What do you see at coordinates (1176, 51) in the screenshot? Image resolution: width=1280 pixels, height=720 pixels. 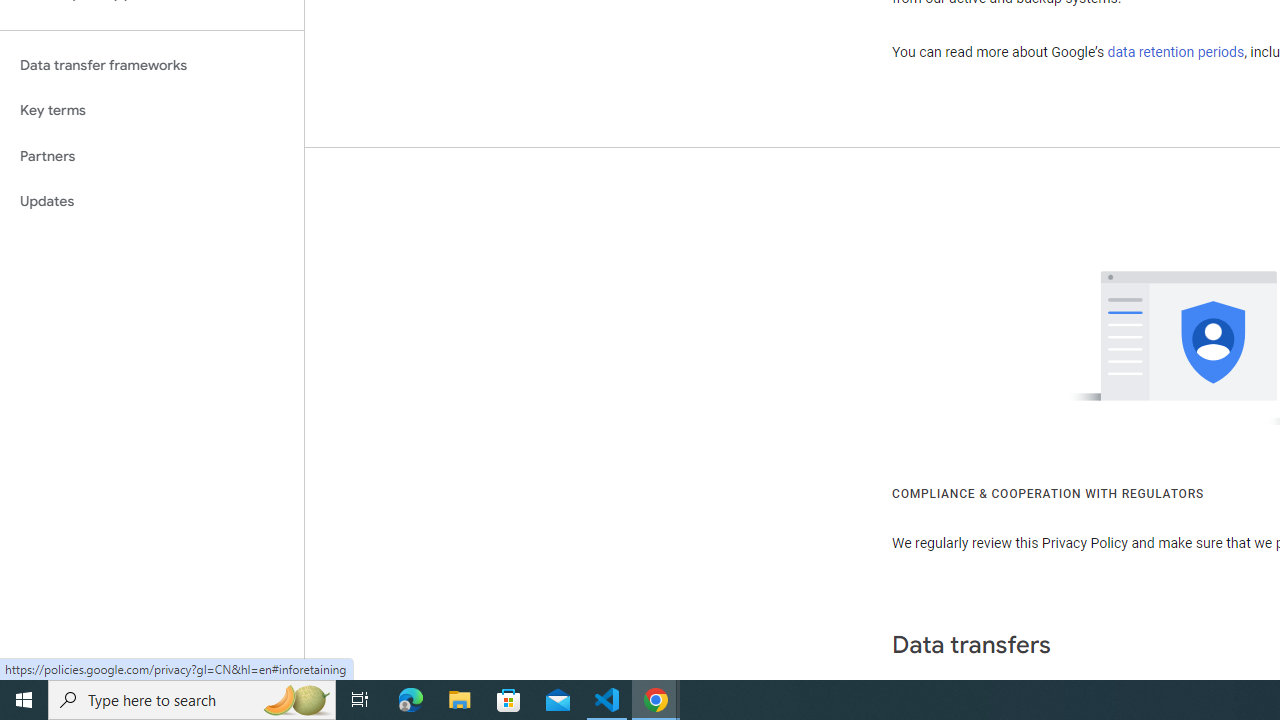 I see `'data retention periods'` at bounding box center [1176, 51].